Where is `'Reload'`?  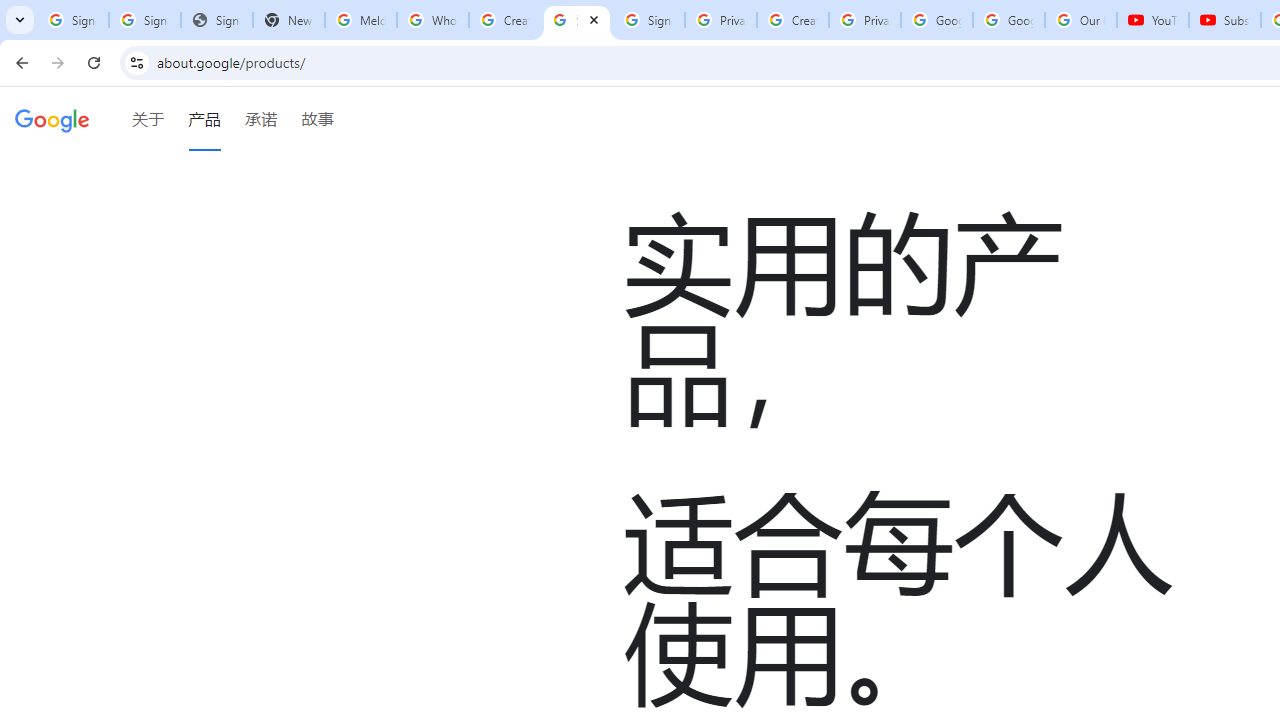
'Reload' is located at coordinates (93, 61).